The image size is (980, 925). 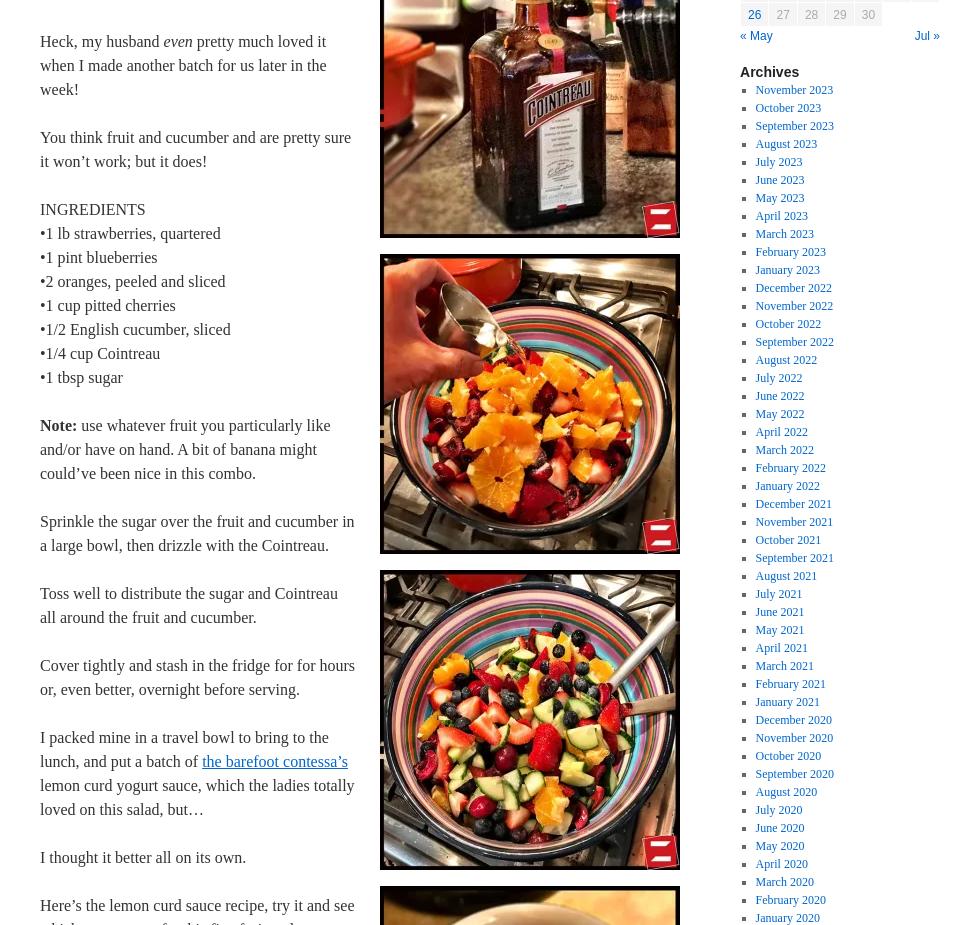 I want to click on '27', so click(x=782, y=13).